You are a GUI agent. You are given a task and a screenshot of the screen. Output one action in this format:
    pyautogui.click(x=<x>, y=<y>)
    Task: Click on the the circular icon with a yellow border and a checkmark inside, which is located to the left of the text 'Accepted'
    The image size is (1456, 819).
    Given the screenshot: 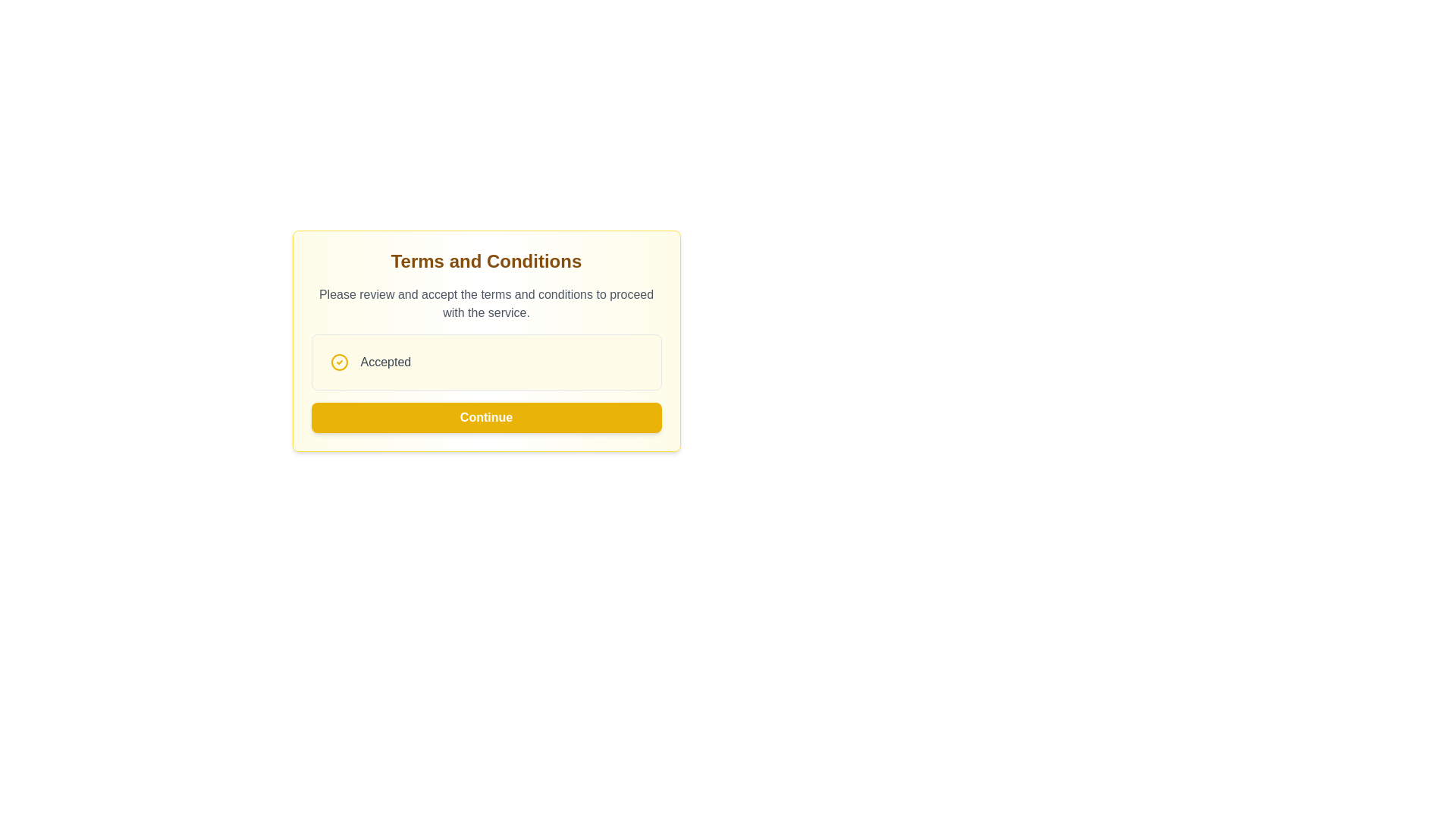 What is the action you would take?
    pyautogui.click(x=338, y=362)
    